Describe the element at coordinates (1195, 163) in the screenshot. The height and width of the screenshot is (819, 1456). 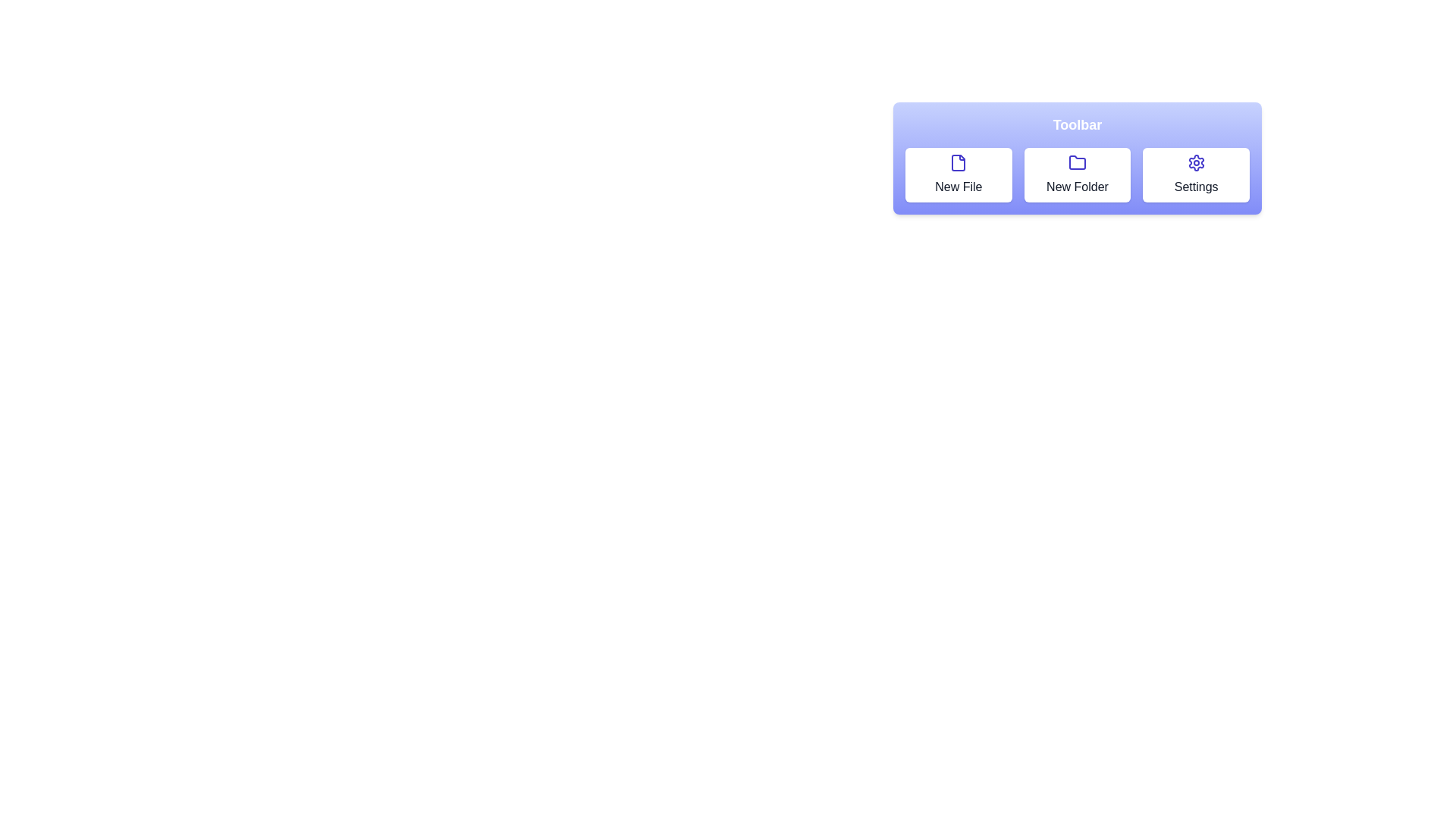
I see `the 'Settings' icon, which is the third icon from the left in the toolbar group` at that location.